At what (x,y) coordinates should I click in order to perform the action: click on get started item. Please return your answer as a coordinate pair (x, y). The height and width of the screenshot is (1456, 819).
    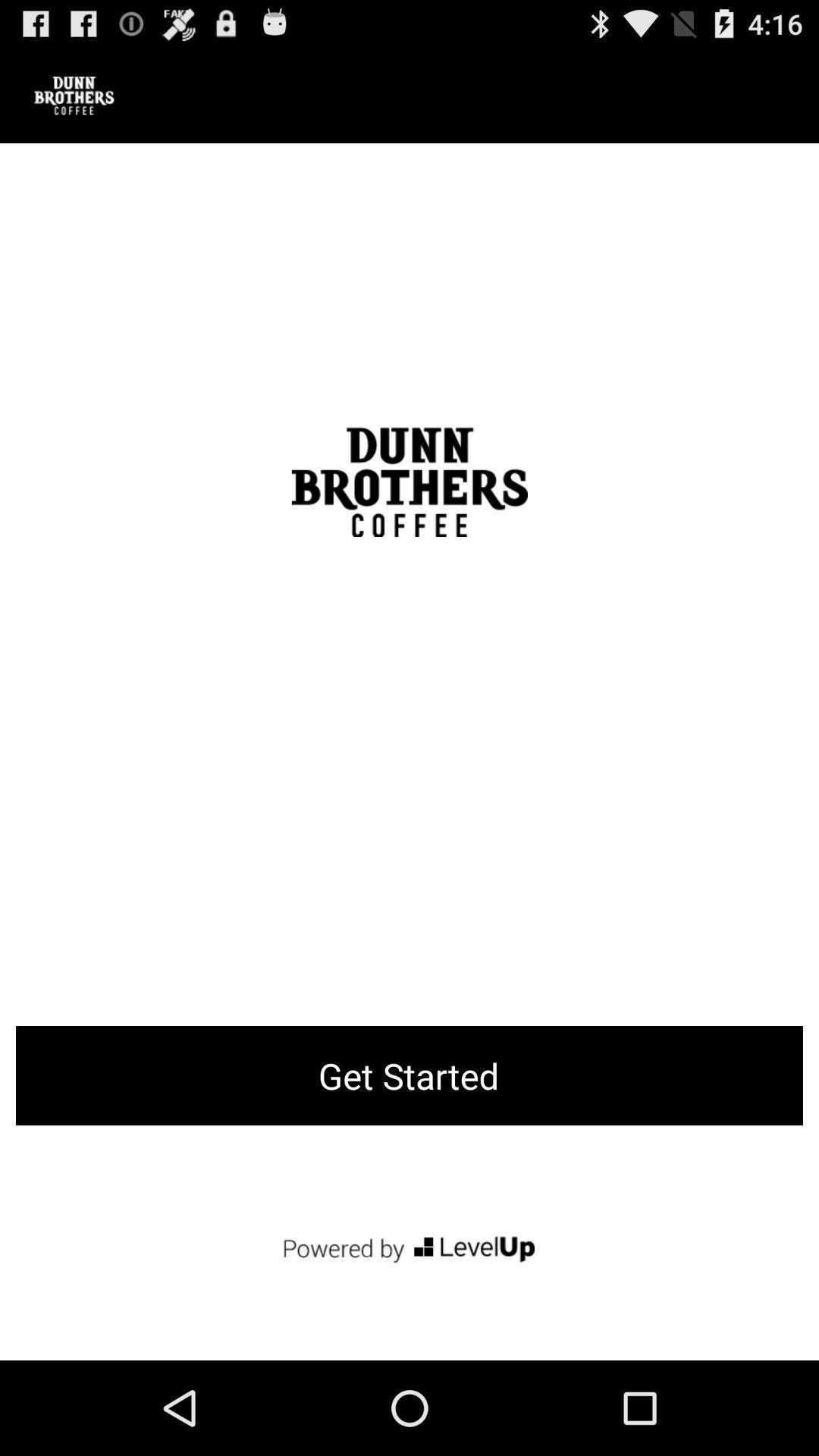
    Looking at the image, I should click on (409, 1075).